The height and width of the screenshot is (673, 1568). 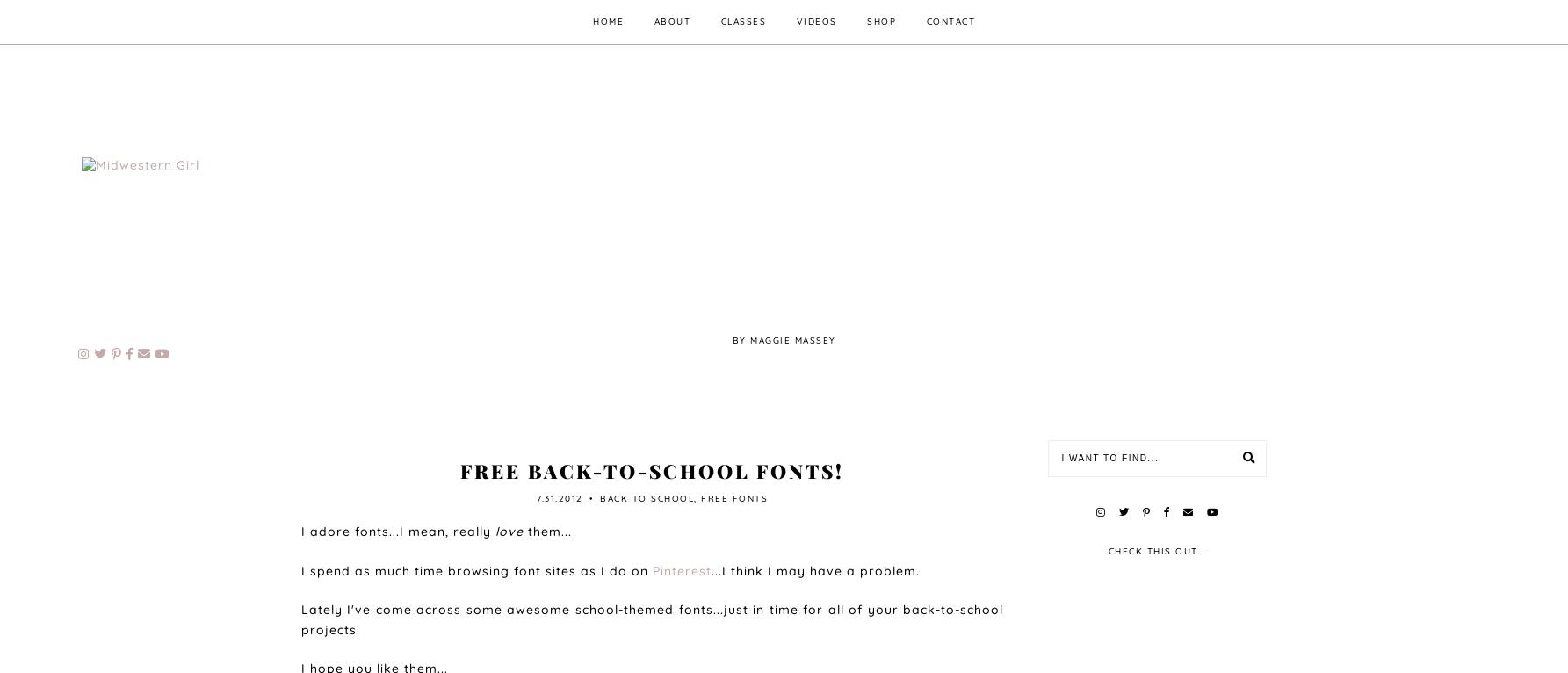 I want to click on 'by maggie massey', so click(x=783, y=338).